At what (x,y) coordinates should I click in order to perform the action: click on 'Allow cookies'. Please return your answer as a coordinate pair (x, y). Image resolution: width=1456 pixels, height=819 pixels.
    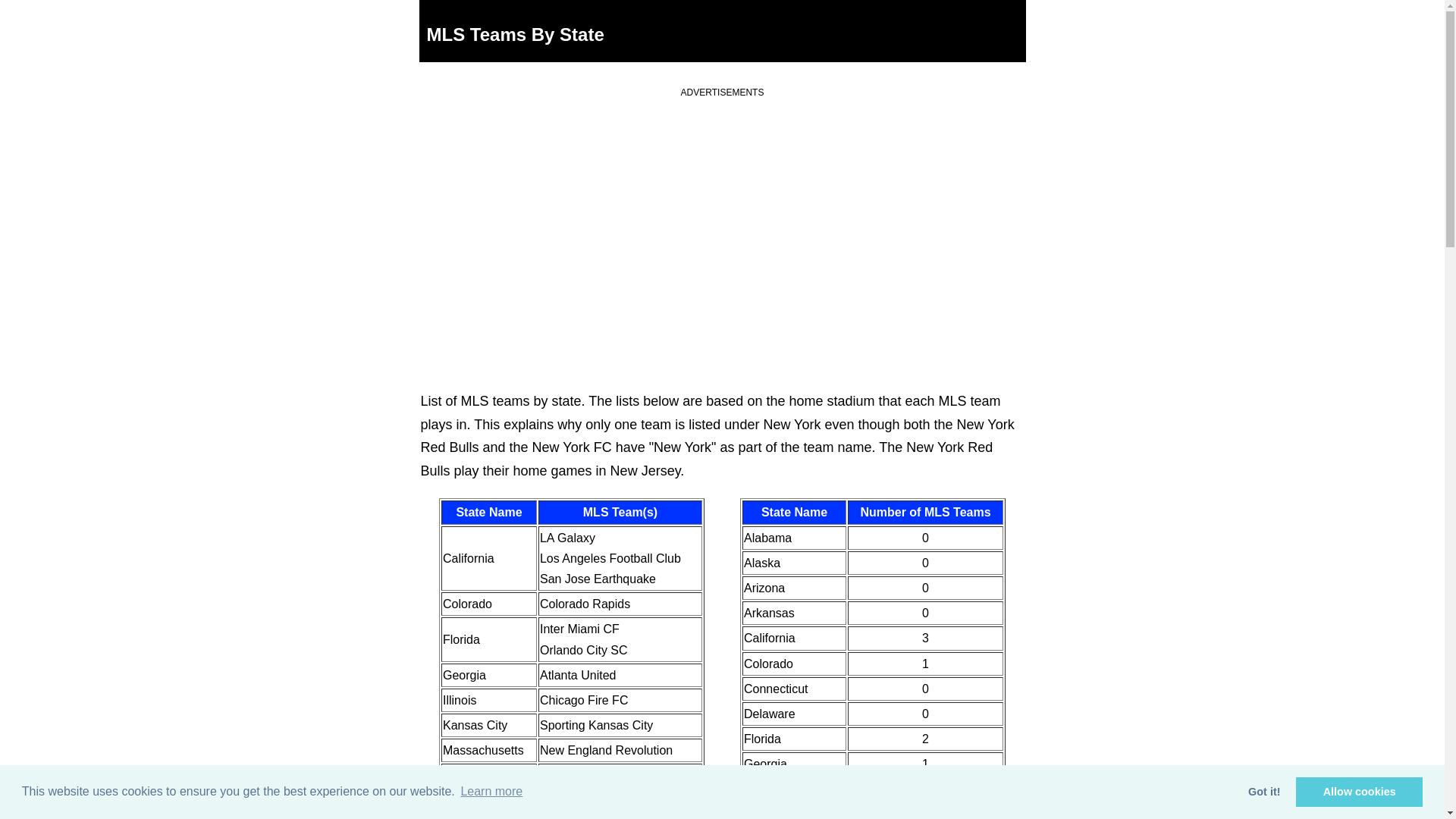
    Looking at the image, I should click on (1359, 791).